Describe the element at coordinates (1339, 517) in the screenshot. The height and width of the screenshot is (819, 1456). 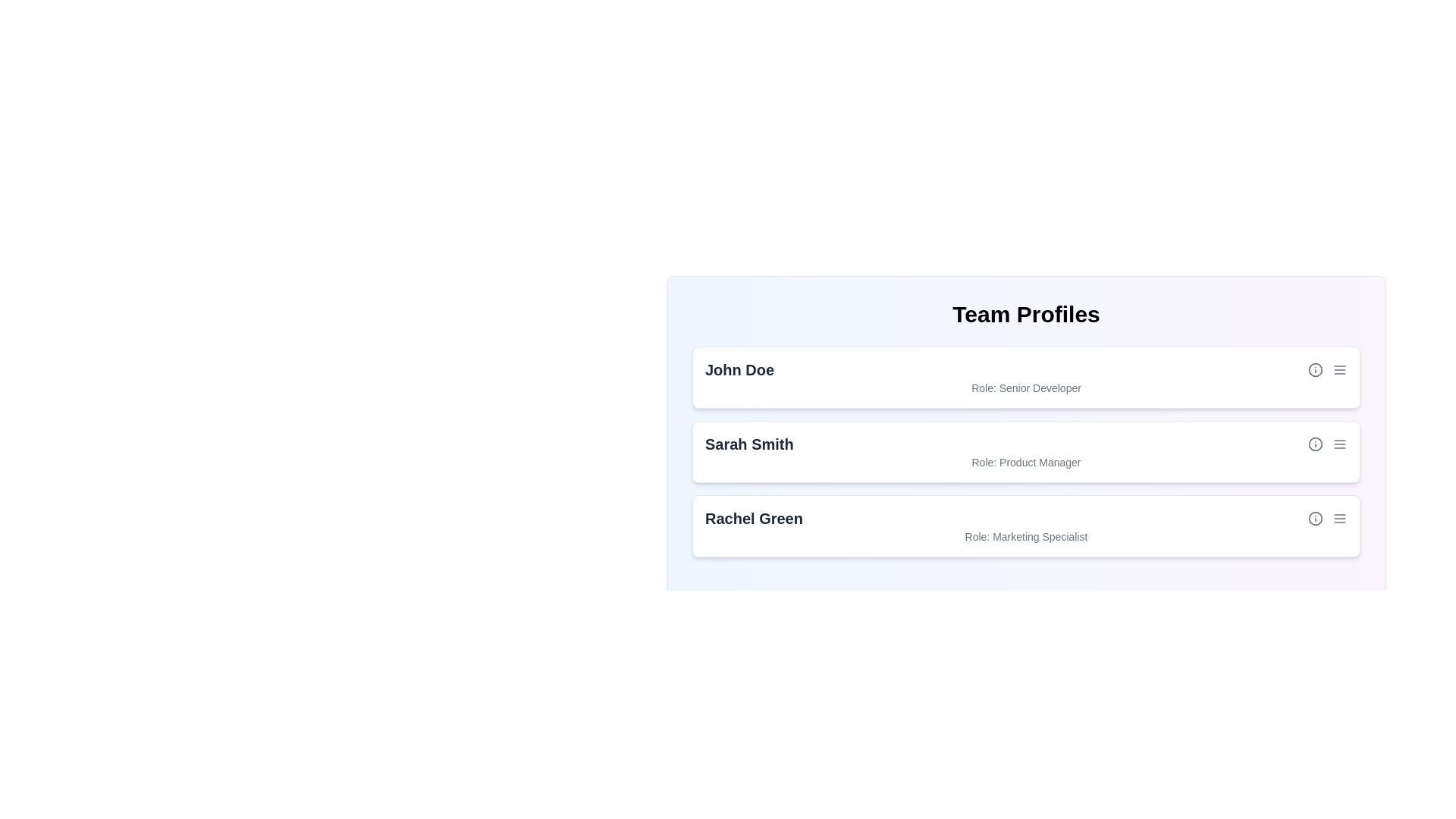
I see `the menu or options toggle icon button located at the right end of Rachel Green's profile section` at that location.